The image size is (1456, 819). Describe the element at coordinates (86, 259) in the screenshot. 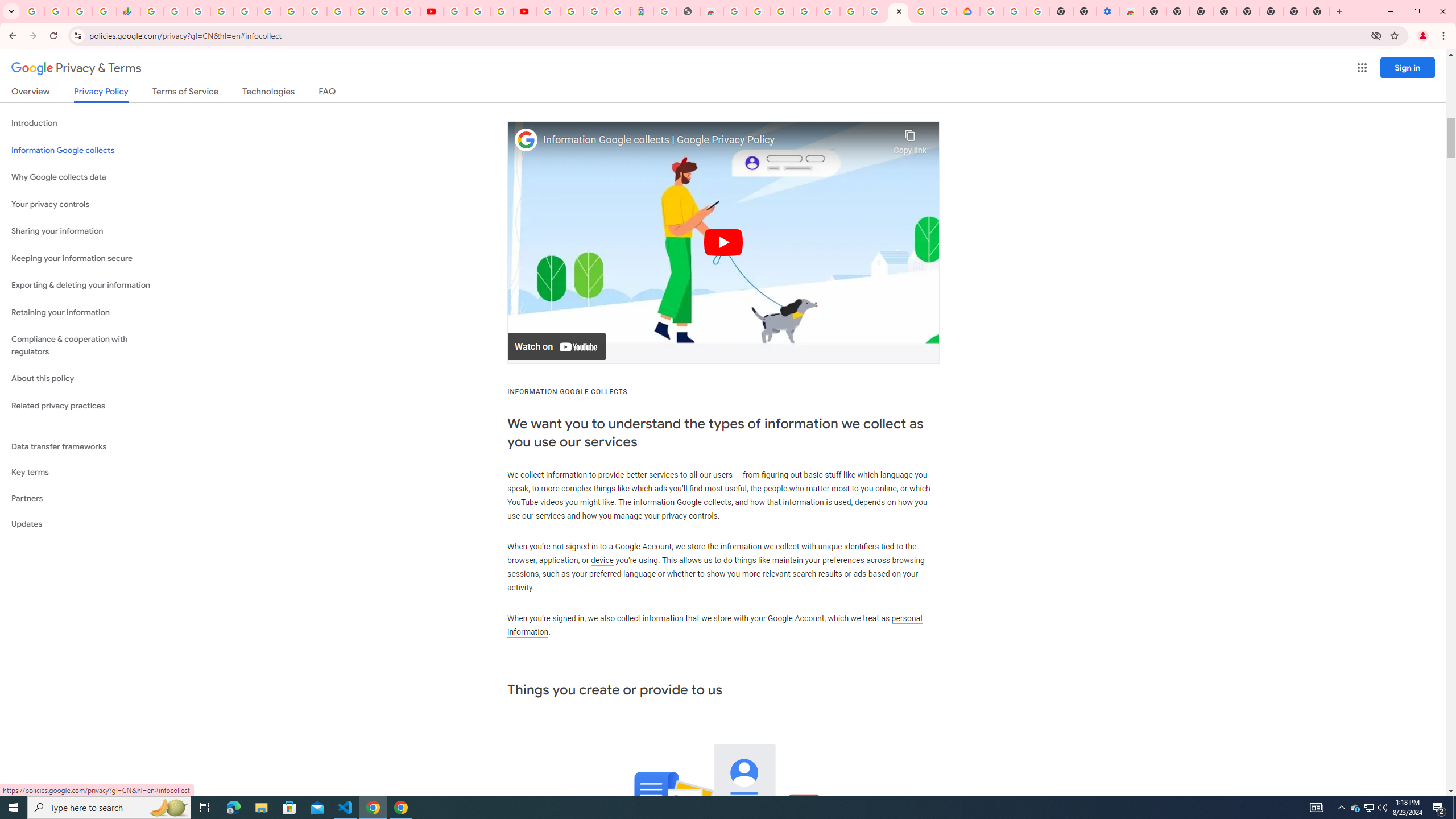

I see `'Keeping your information secure'` at that location.